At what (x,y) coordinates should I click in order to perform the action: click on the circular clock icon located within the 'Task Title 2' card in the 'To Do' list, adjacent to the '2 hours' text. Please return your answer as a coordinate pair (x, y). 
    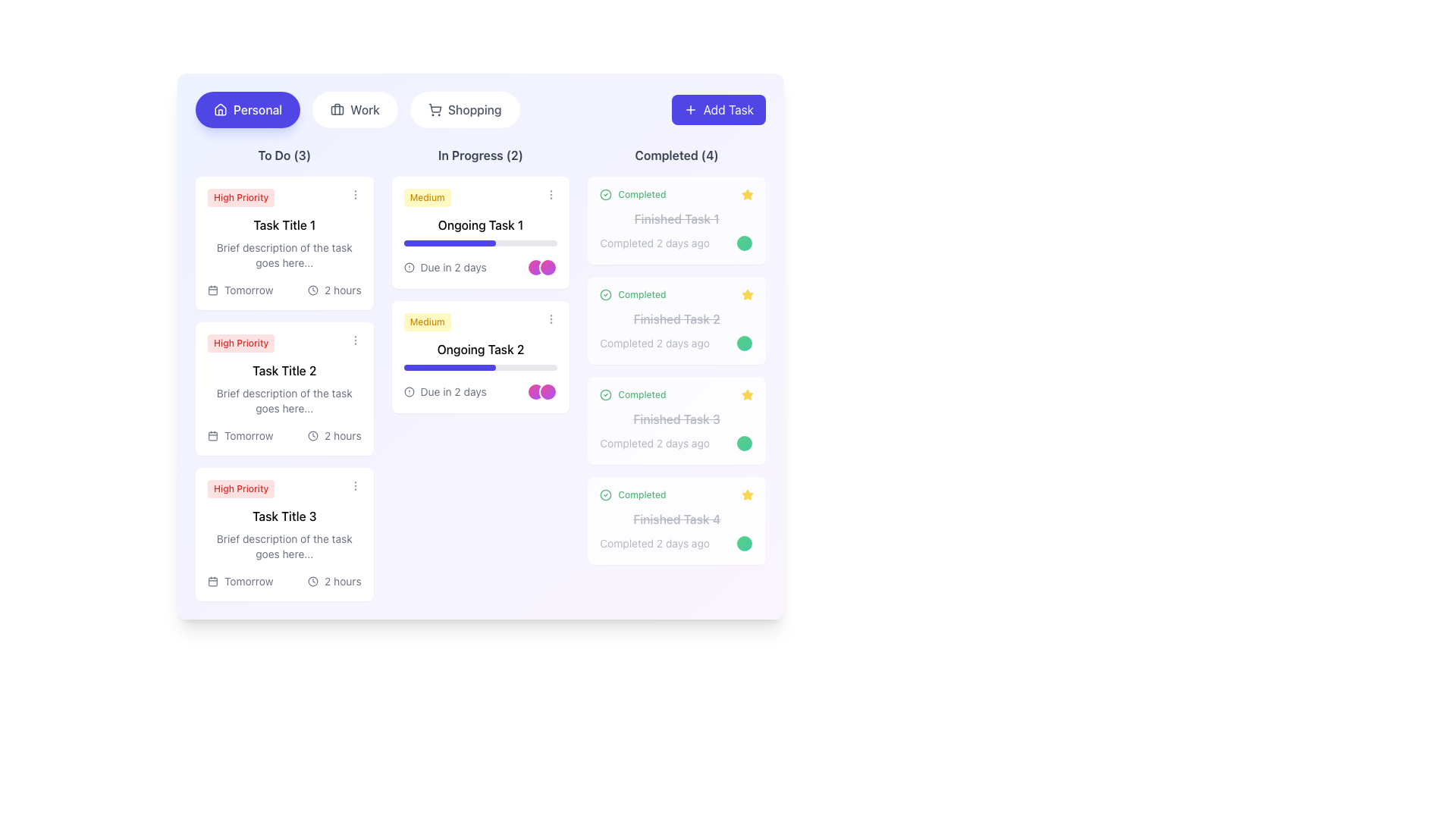
    Looking at the image, I should click on (312, 435).